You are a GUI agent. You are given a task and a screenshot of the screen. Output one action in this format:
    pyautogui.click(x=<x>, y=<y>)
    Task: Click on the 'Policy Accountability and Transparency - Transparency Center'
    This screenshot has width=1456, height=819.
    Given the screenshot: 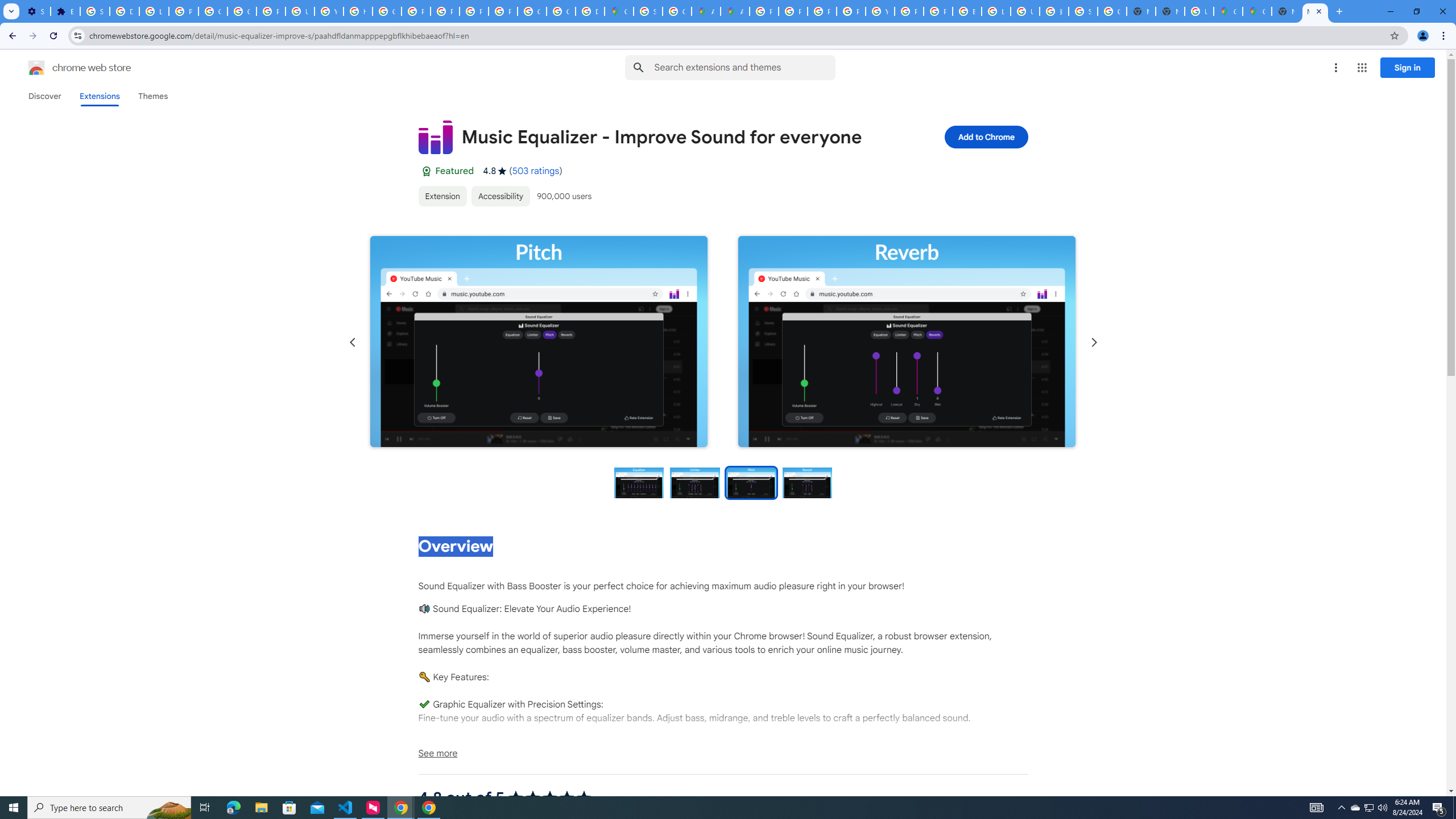 What is the action you would take?
    pyautogui.click(x=763, y=11)
    